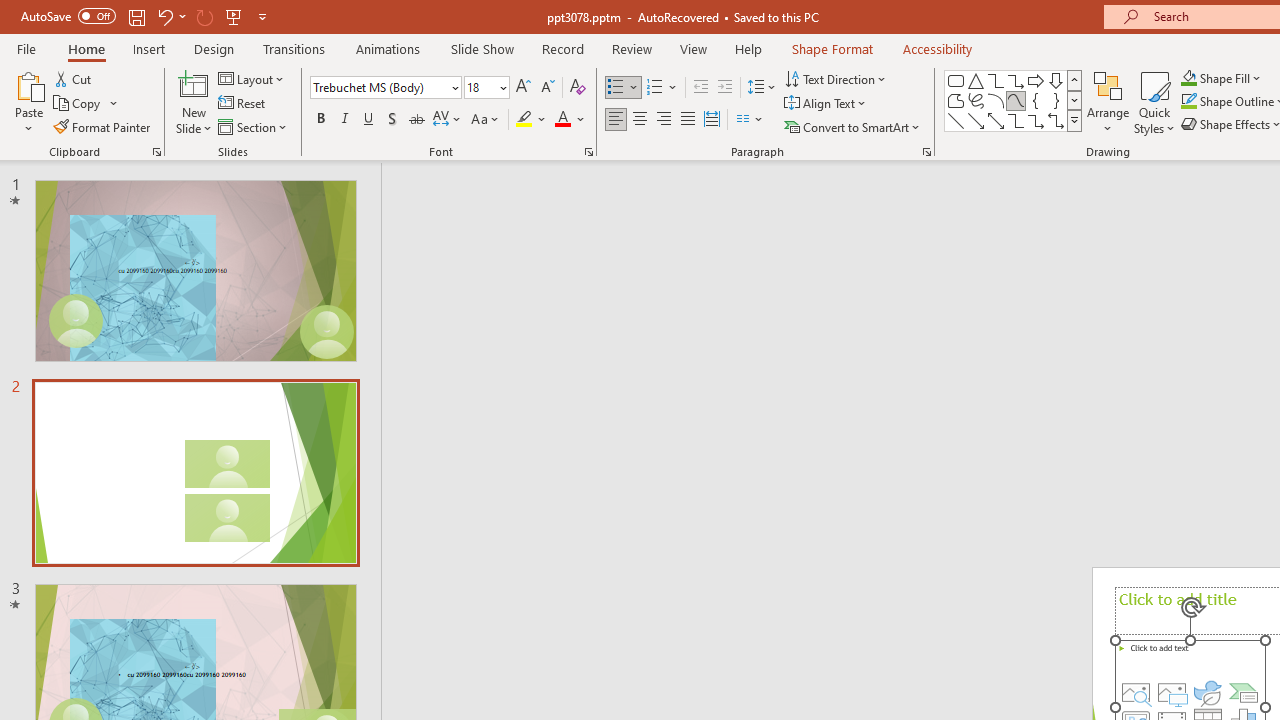  Describe the element at coordinates (1055, 120) in the screenshot. I see `'Connector: Elbow Double-Arrow'` at that location.